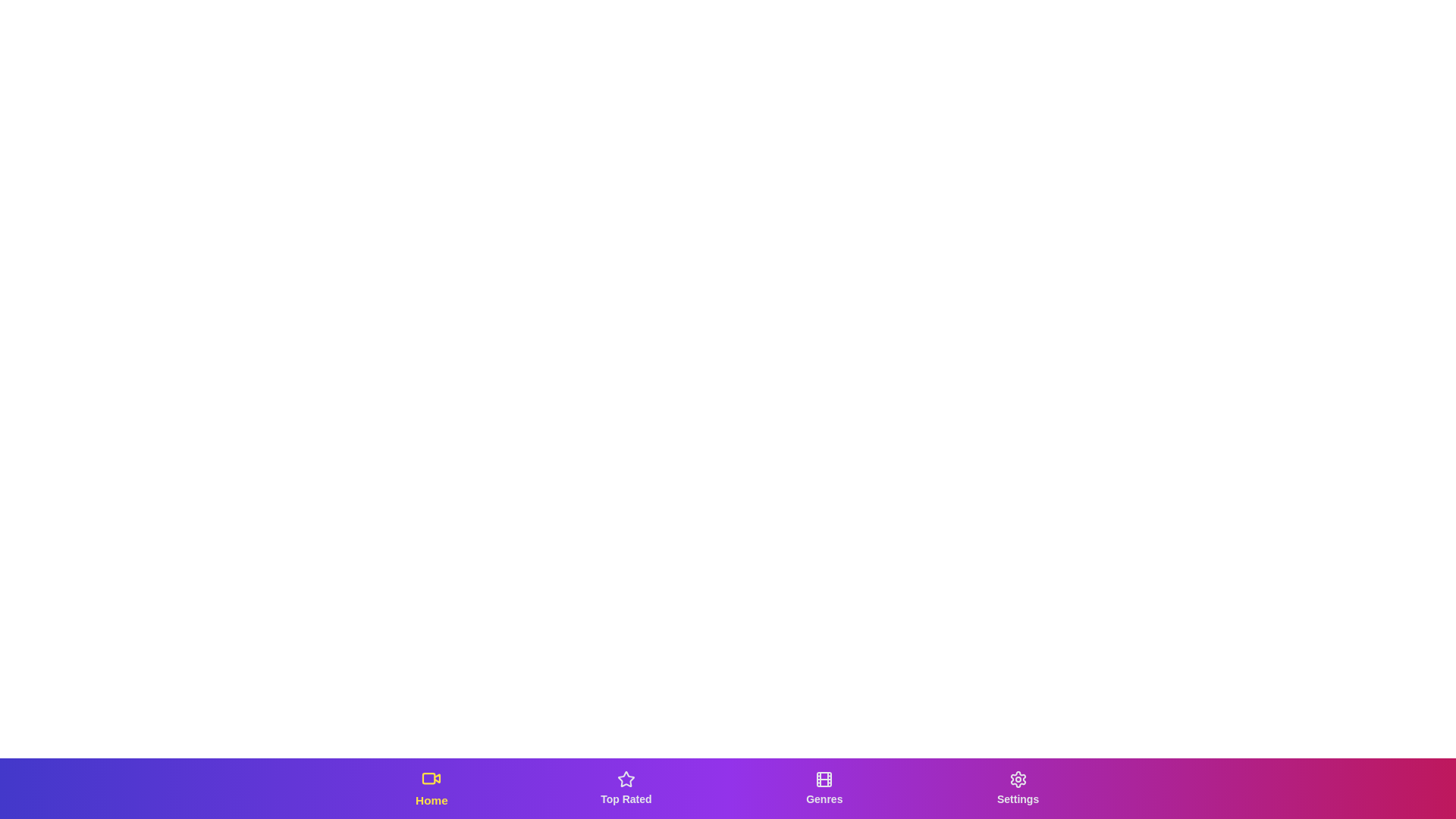 The height and width of the screenshot is (819, 1456). Describe the element at coordinates (626, 788) in the screenshot. I see `the Top Rated tab to preview its effect` at that location.